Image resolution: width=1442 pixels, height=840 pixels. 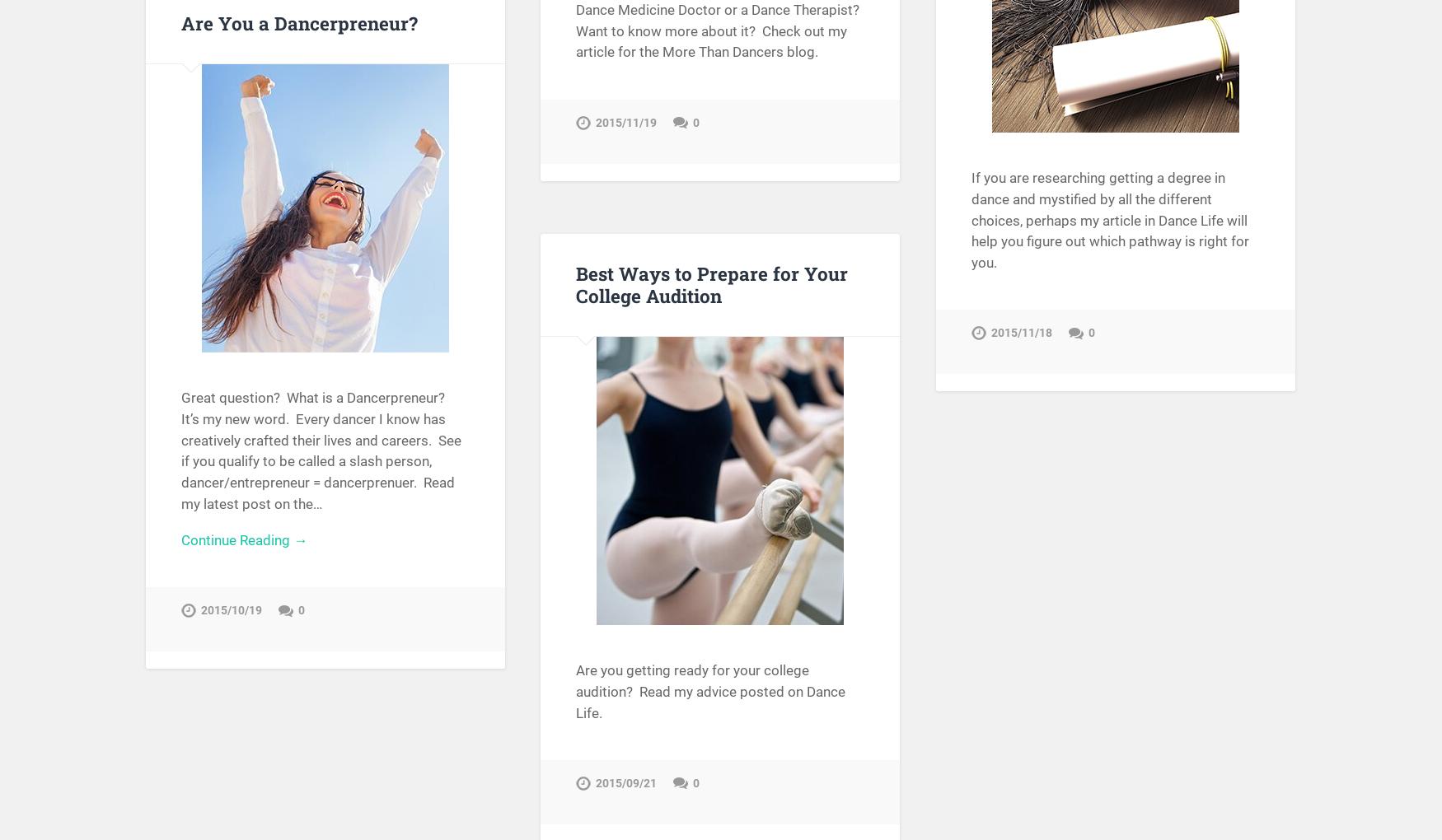 I want to click on 'Are you getting ready for your college audition?  Read my advice posted on Dance Life.', so click(x=710, y=691).